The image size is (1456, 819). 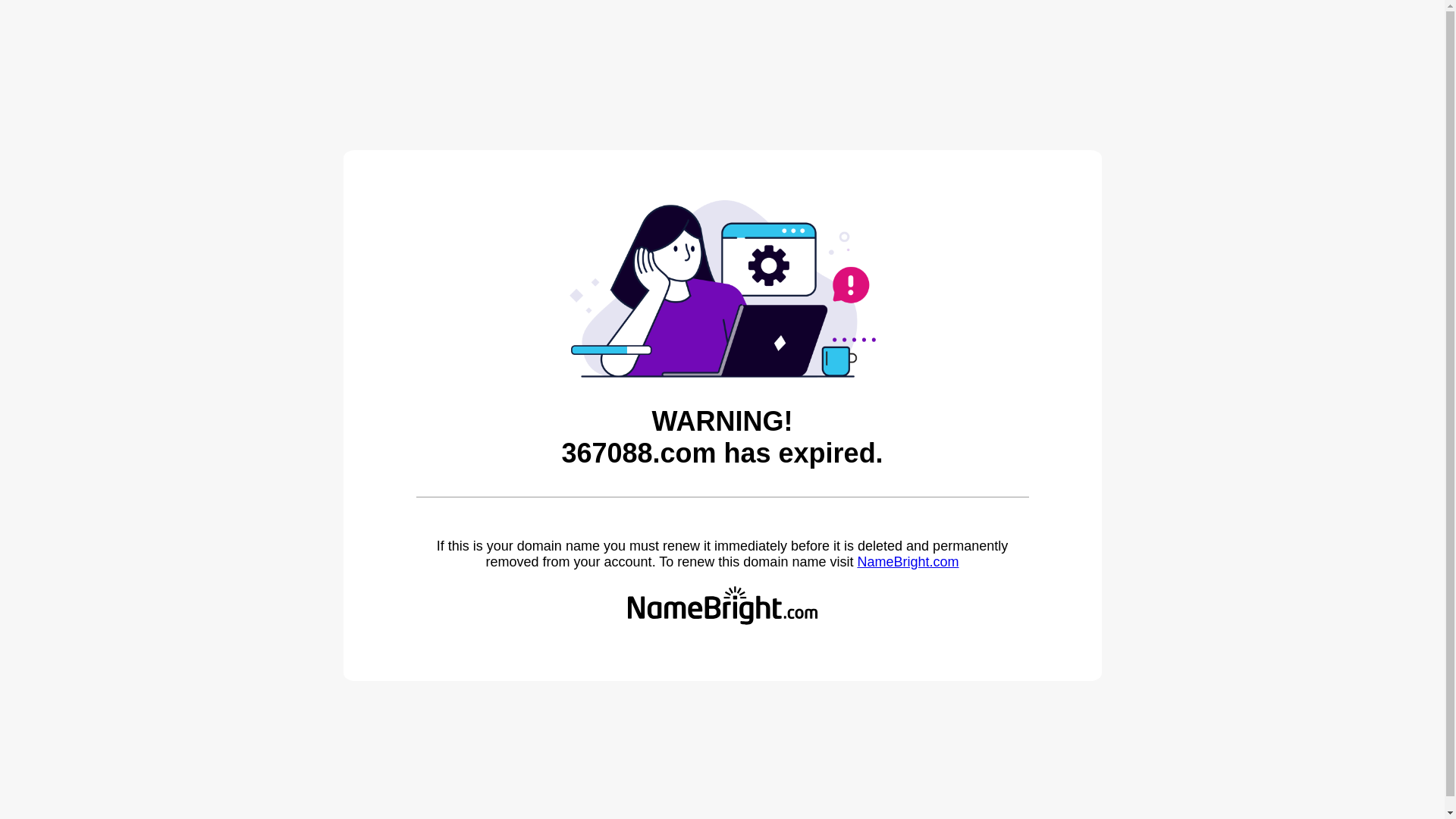 I want to click on 'NameBright.com', so click(x=856, y=561).